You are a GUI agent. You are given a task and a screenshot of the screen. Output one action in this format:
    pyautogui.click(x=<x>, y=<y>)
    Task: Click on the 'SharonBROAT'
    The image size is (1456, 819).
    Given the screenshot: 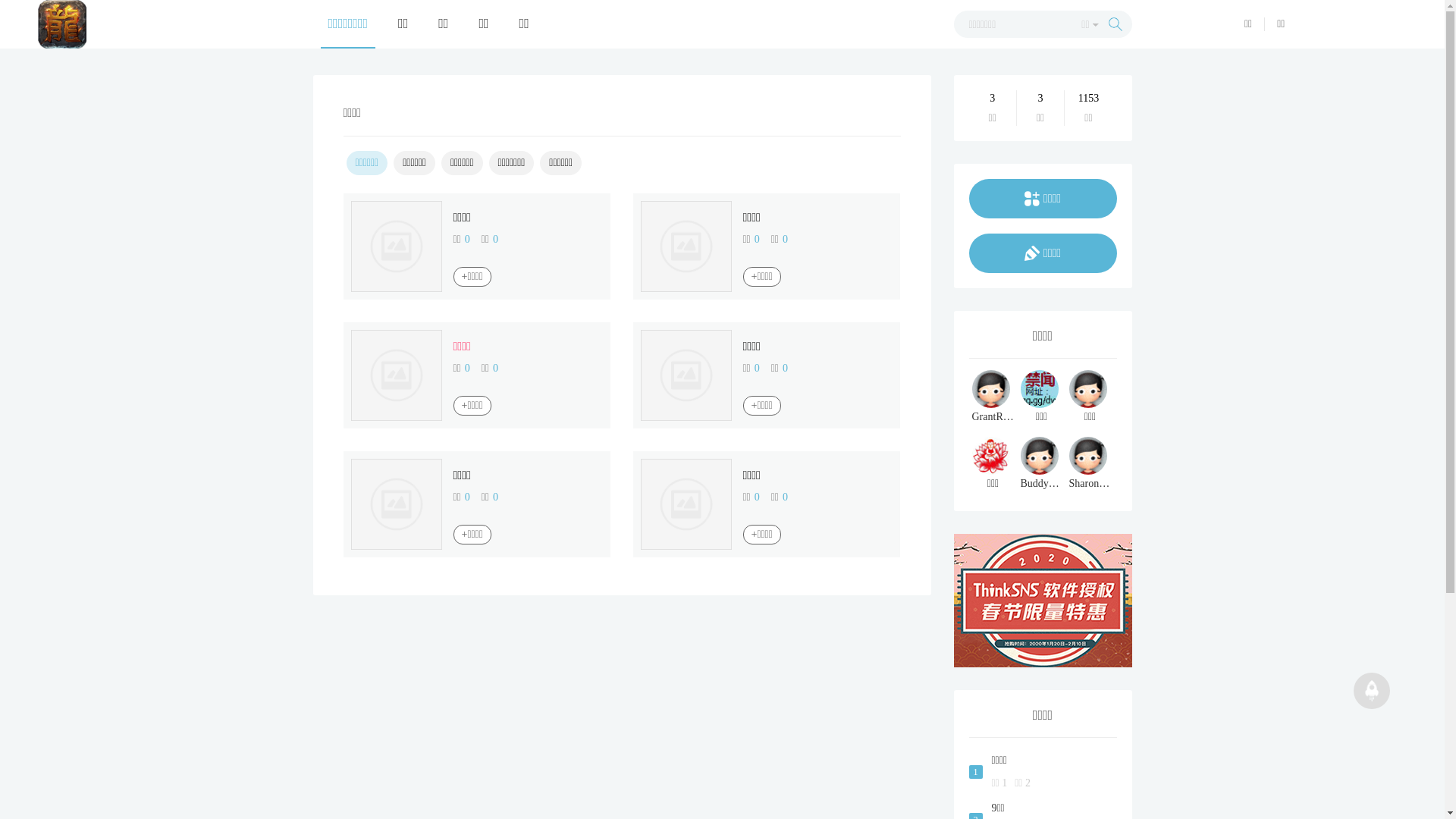 What is the action you would take?
    pyautogui.click(x=1090, y=463)
    